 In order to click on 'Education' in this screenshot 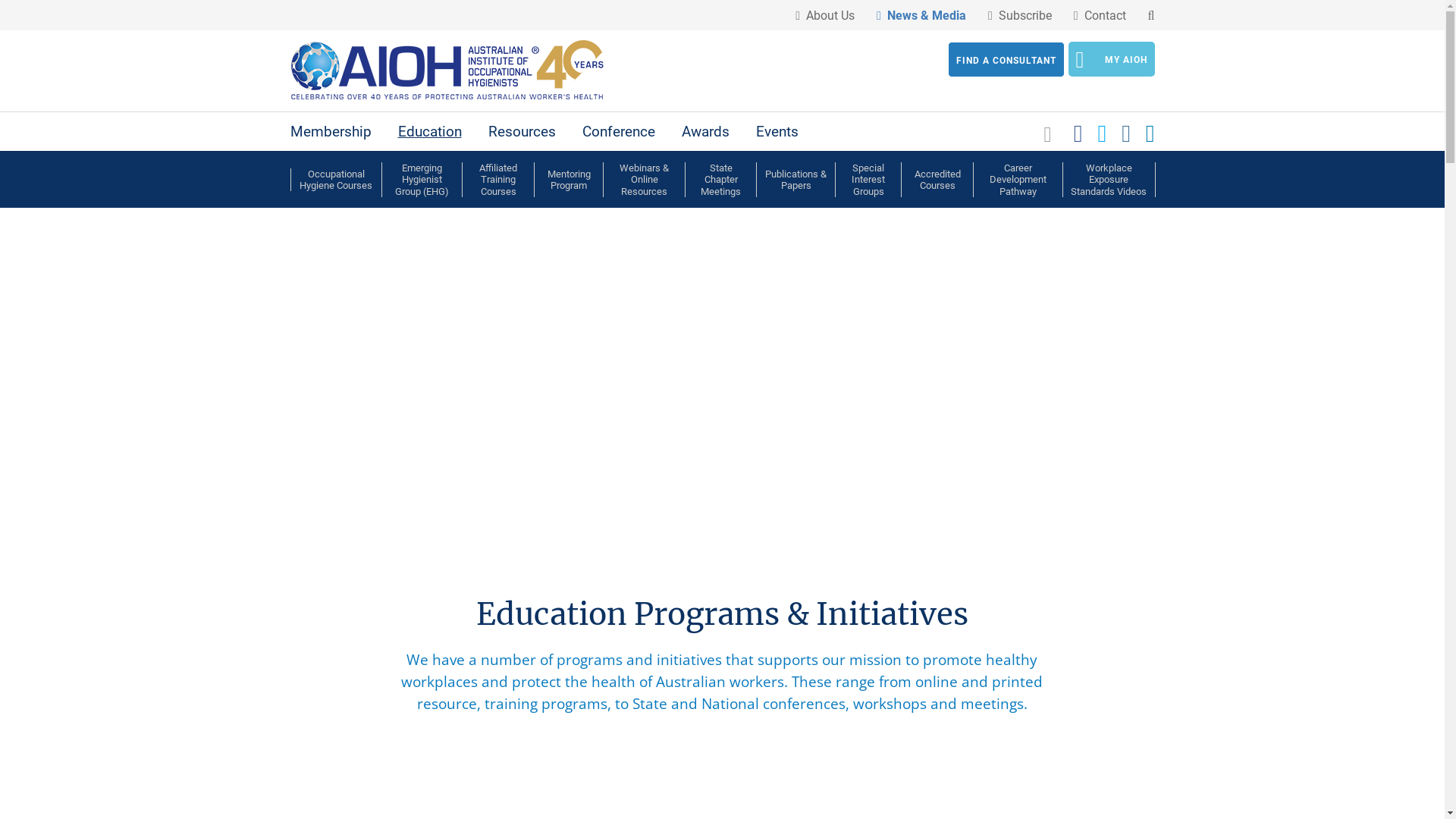, I will do `click(428, 130)`.